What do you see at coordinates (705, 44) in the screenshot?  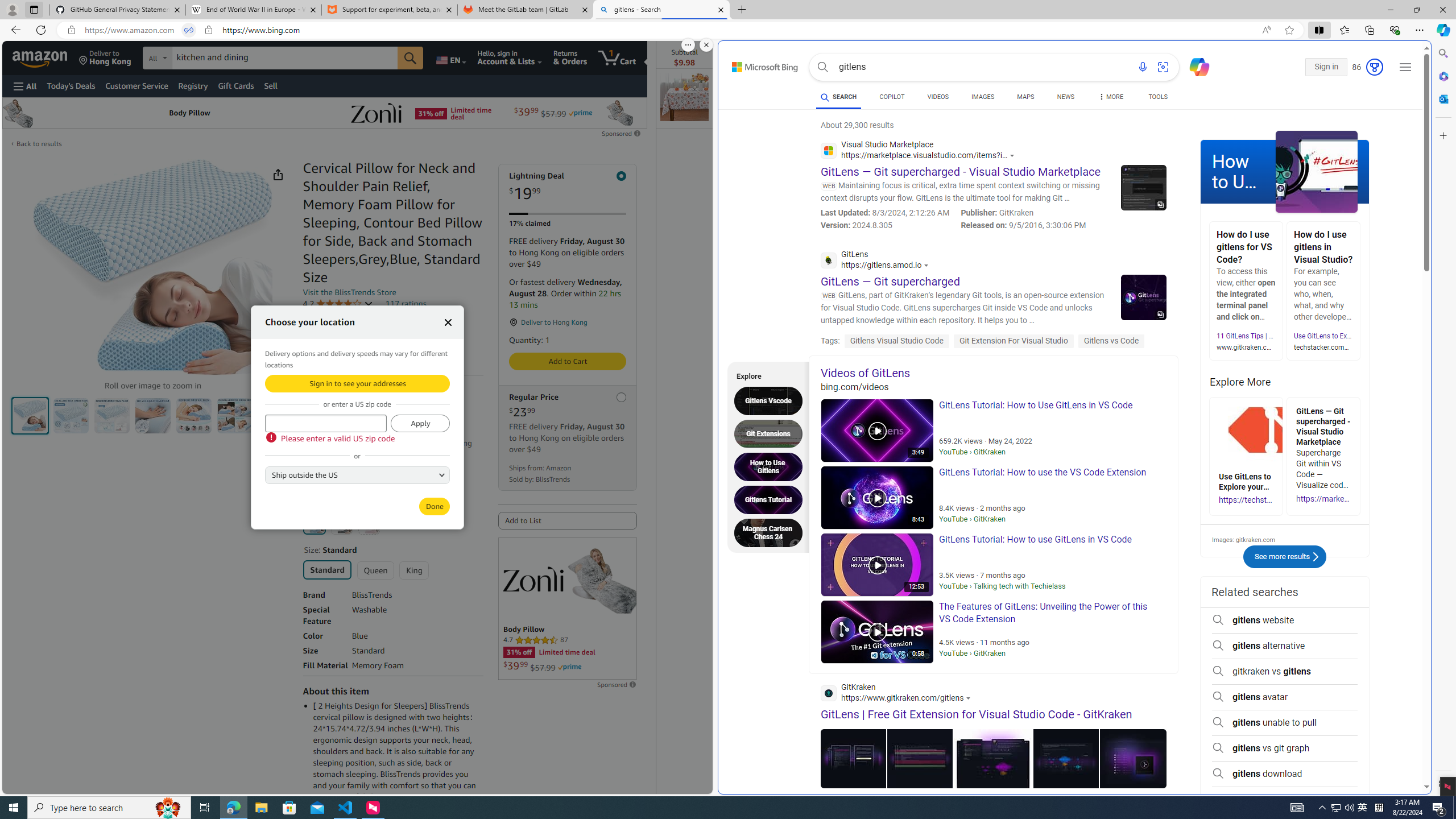 I see `'Close split screen.'` at bounding box center [705, 44].